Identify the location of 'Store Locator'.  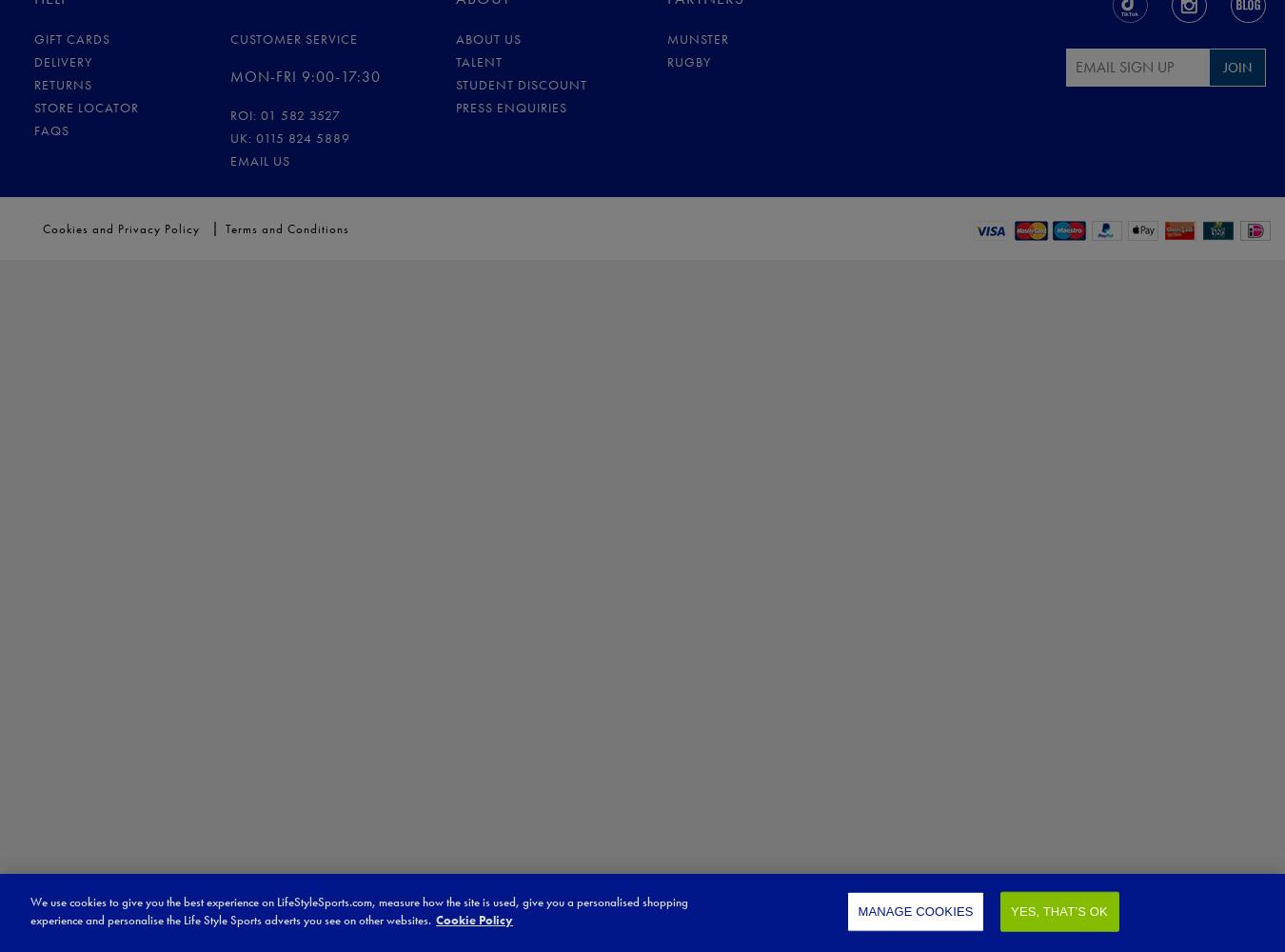
(85, 106).